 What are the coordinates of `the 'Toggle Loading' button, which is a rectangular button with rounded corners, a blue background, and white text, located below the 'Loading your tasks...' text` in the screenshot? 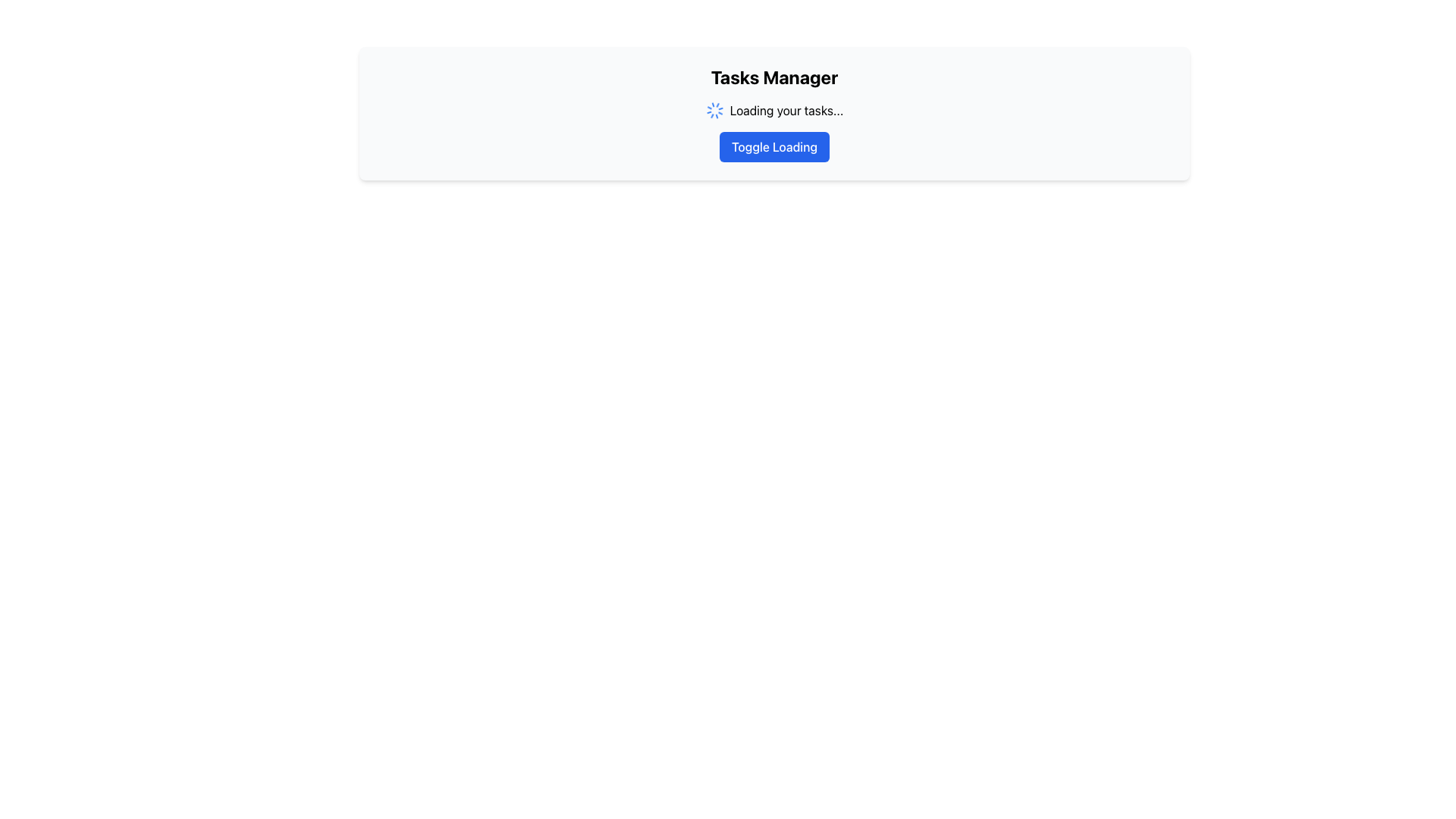 It's located at (774, 146).